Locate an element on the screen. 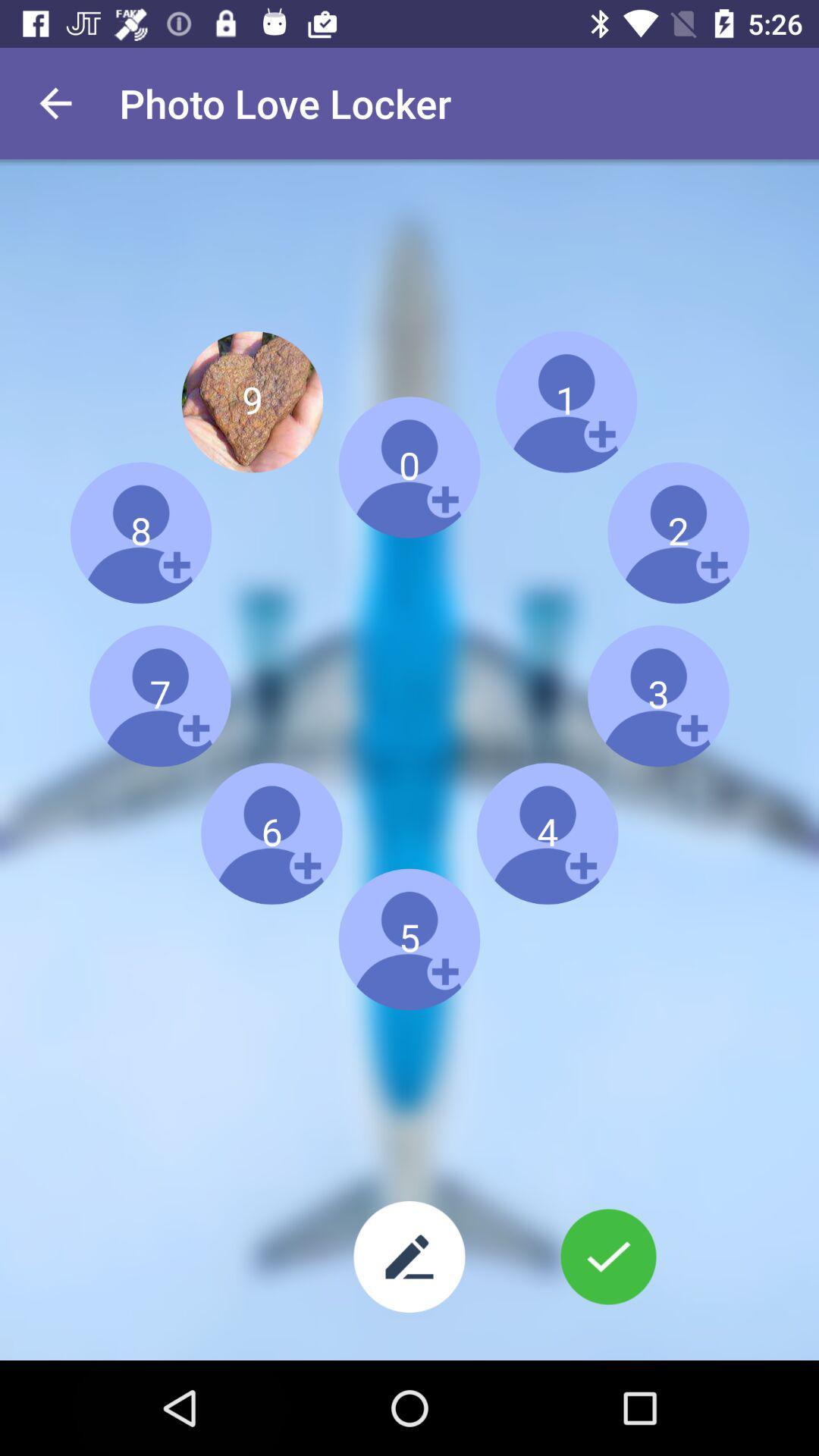 The height and width of the screenshot is (1456, 819). item at the top left corner is located at coordinates (55, 102).